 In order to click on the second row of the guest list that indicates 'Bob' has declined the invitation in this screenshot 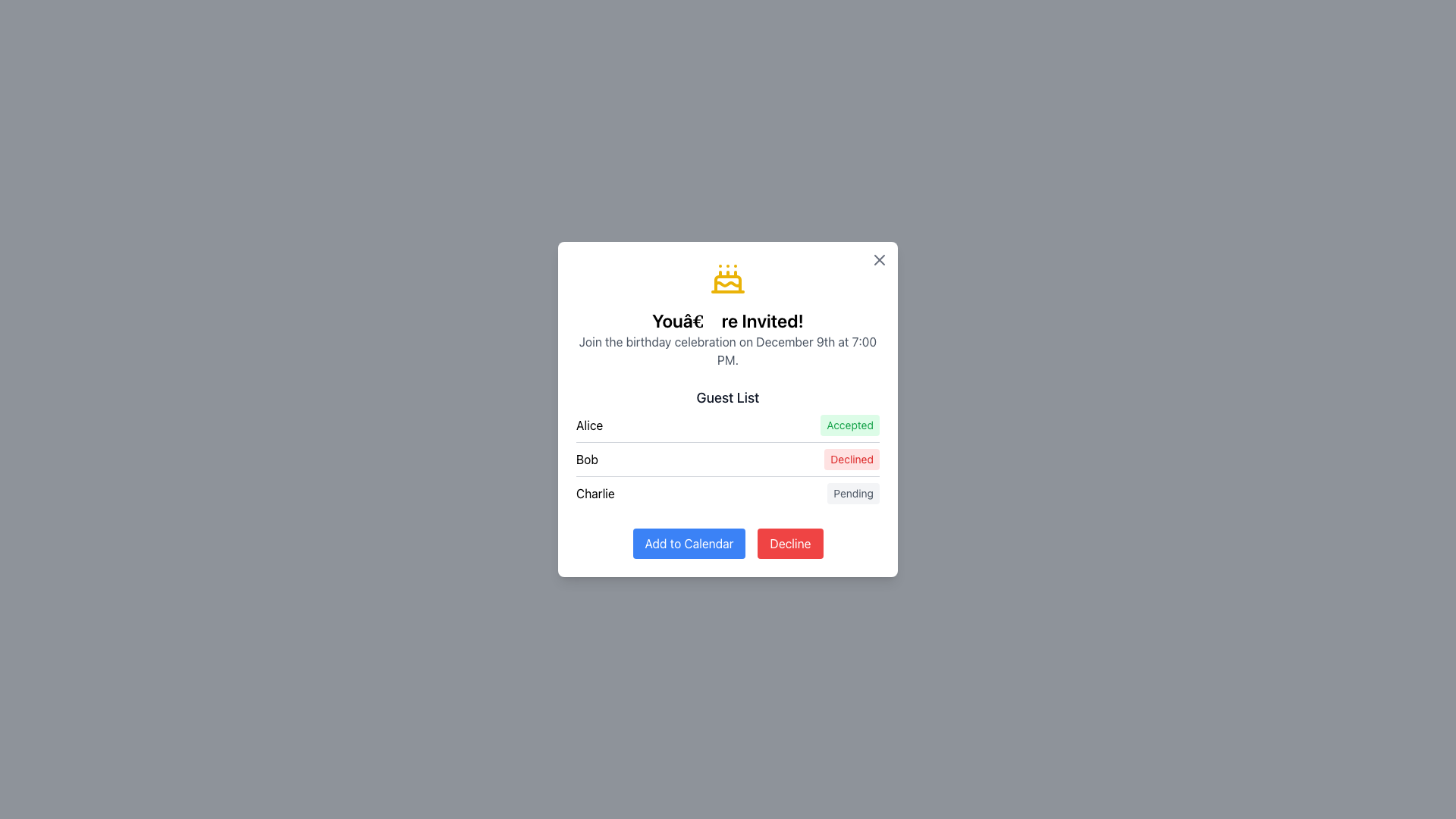, I will do `click(728, 458)`.